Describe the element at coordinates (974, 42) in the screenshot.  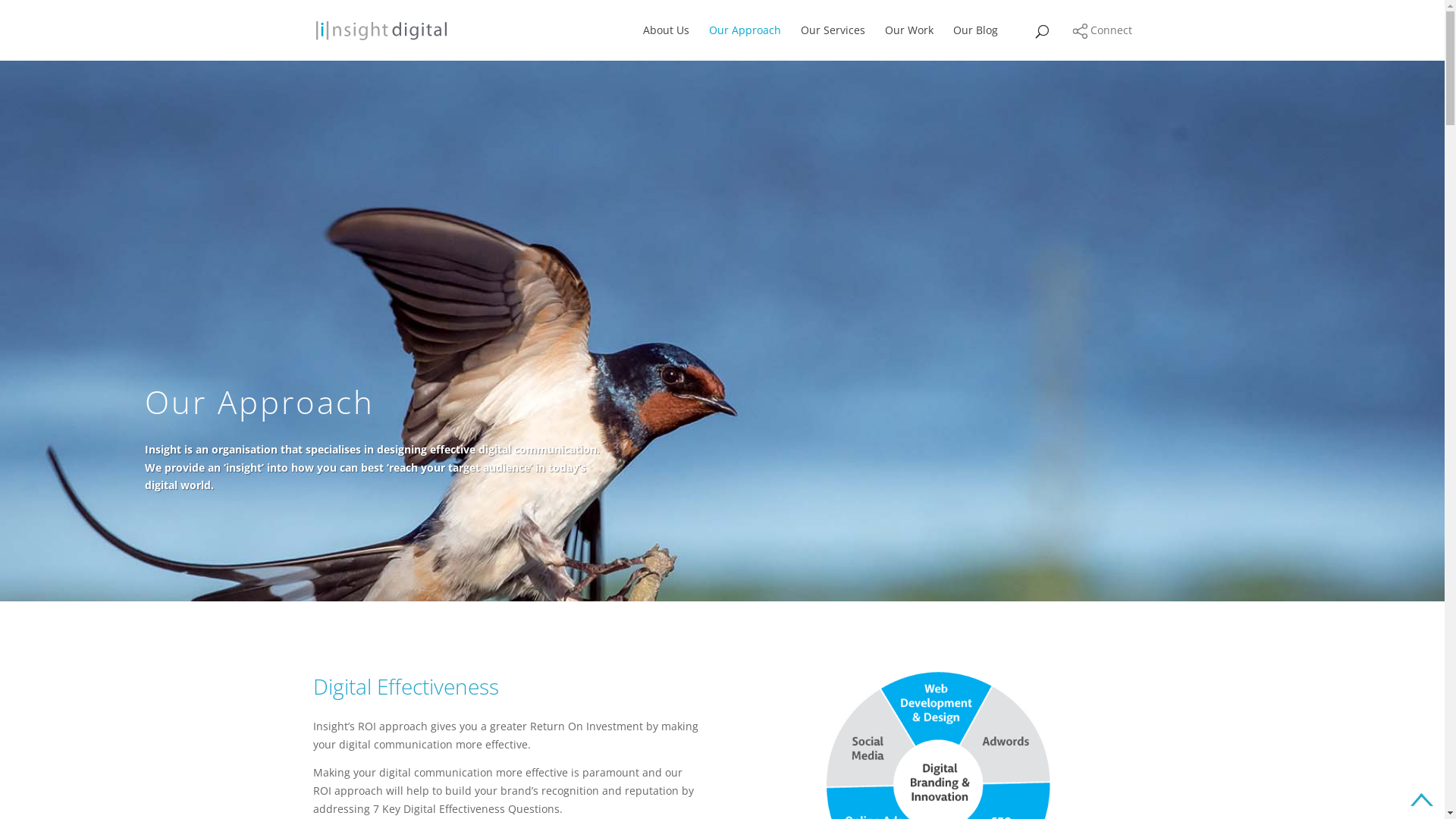
I see `'Our Blog'` at that location.